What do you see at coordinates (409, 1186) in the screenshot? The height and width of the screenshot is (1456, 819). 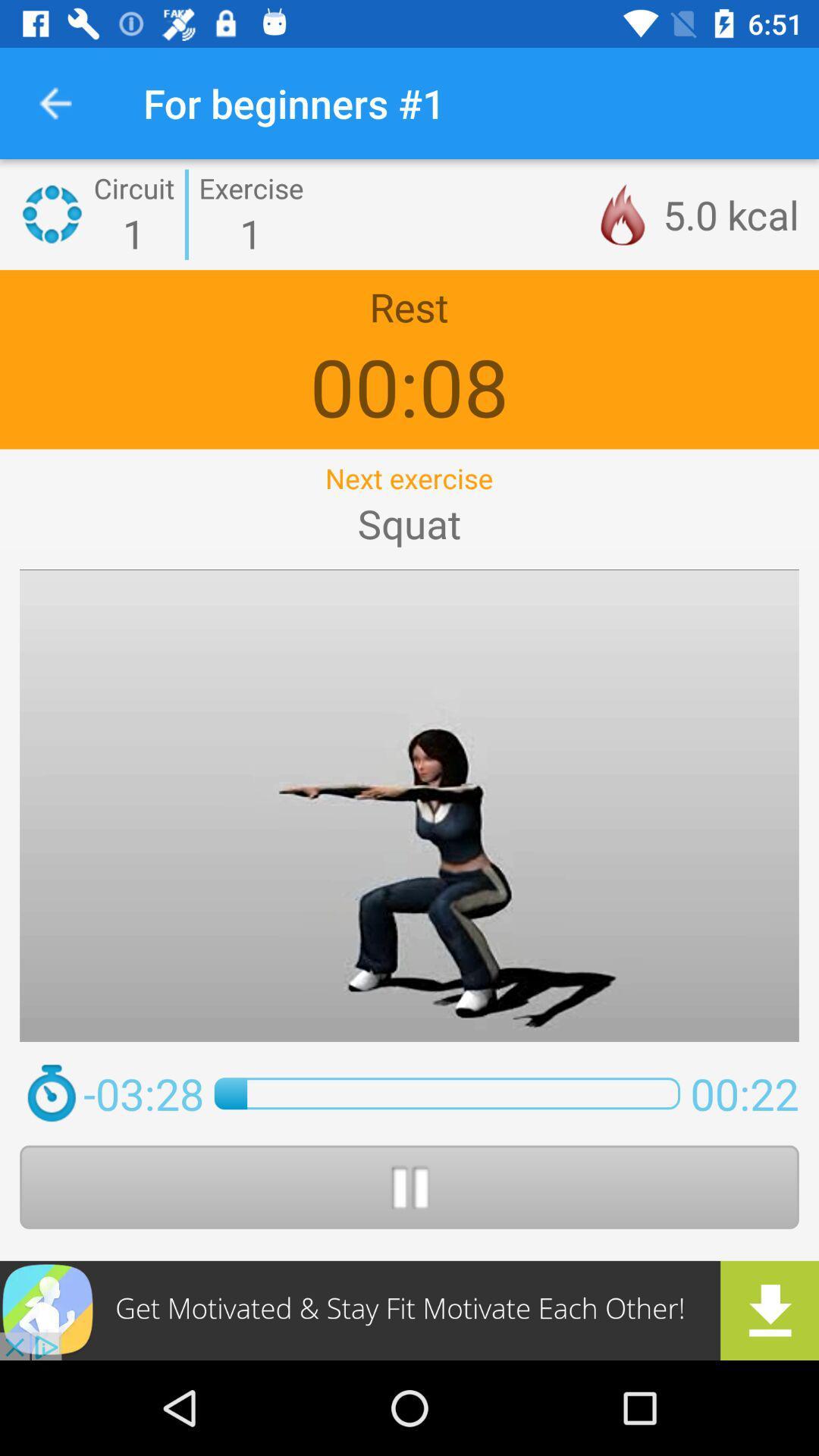 I see `pause opion` at bounding box center [409, 1186].